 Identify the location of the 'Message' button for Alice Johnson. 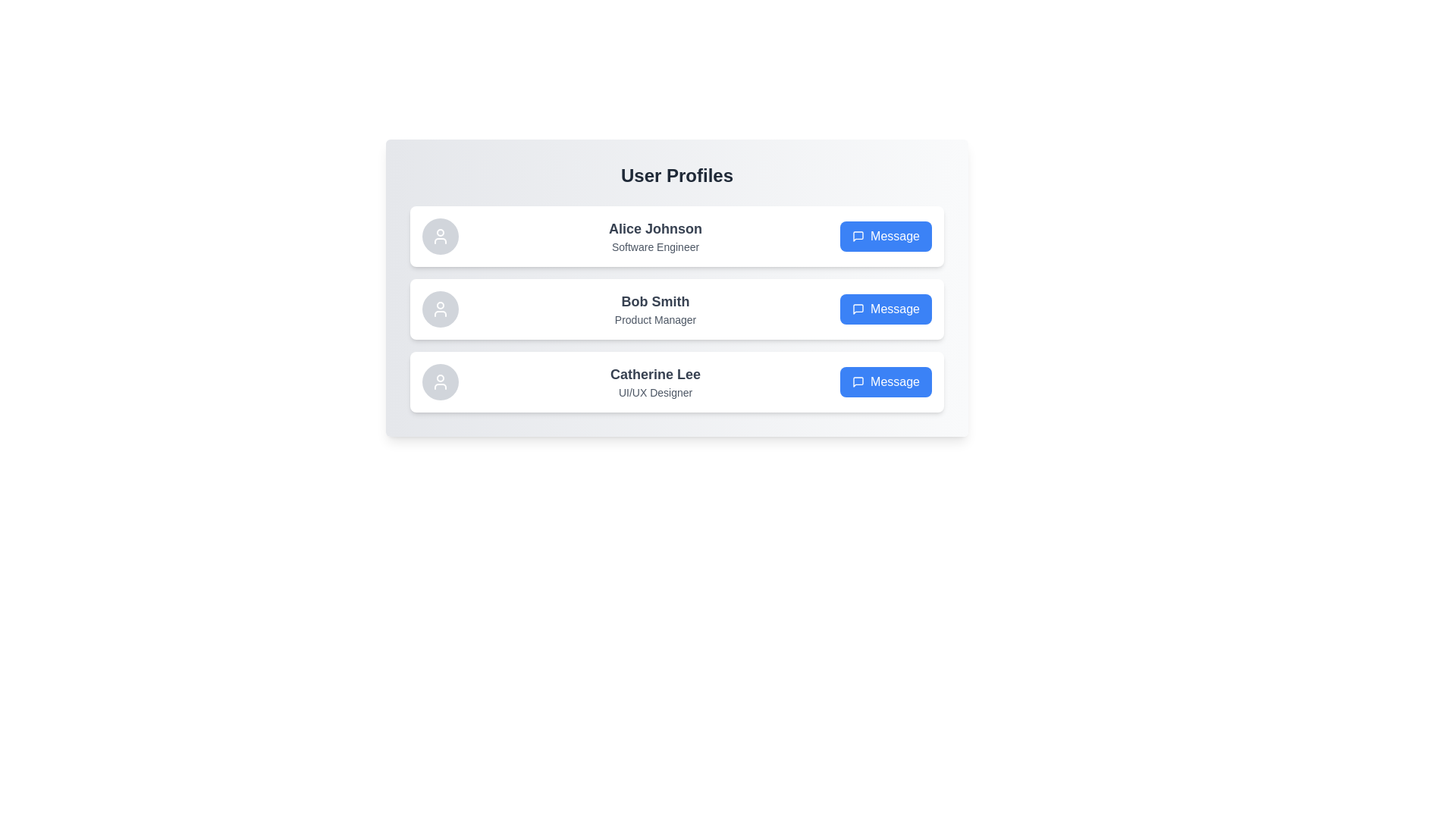
(886, 237).